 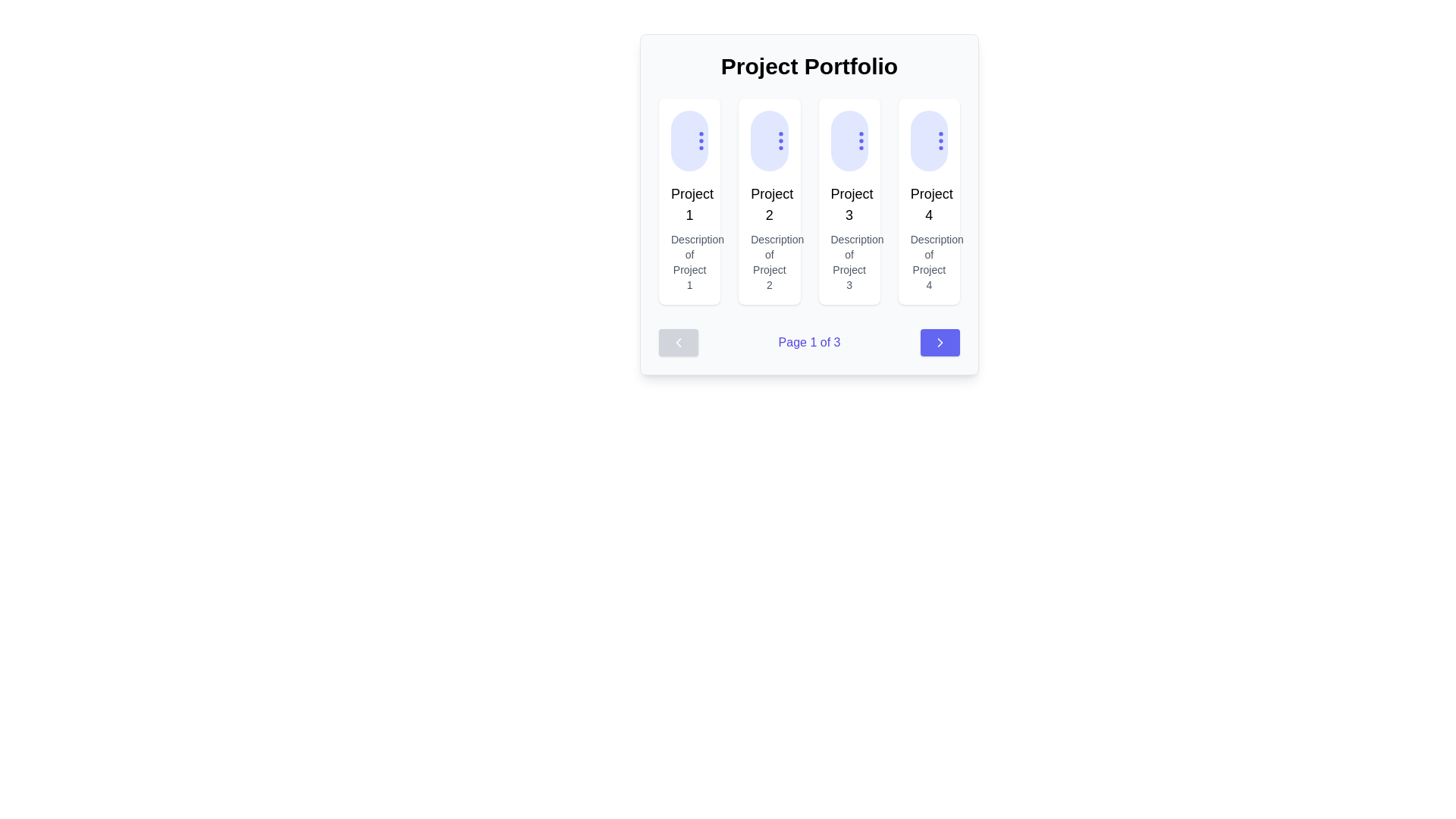 What do you see at coordinates (689, 201) in the screenshot?
I see `the 'Project 1' card in the project portfolio grid` at bounding box center [689, 201].